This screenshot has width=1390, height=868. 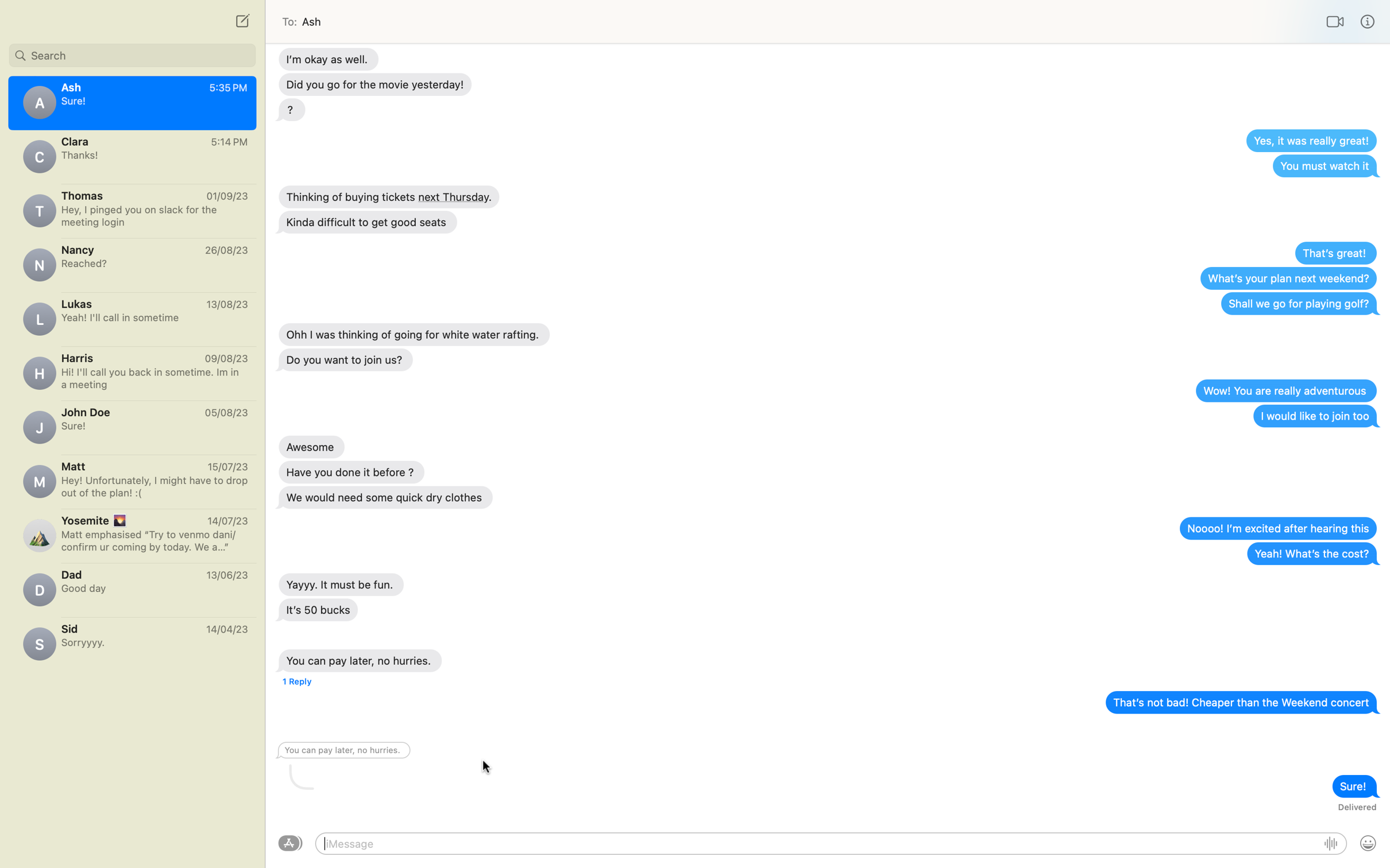 What do you see at coordinates (132, 262) in the screenshot?
I see `Text message Ash saying "Did you had fun?` at bounding box center [132, 262].